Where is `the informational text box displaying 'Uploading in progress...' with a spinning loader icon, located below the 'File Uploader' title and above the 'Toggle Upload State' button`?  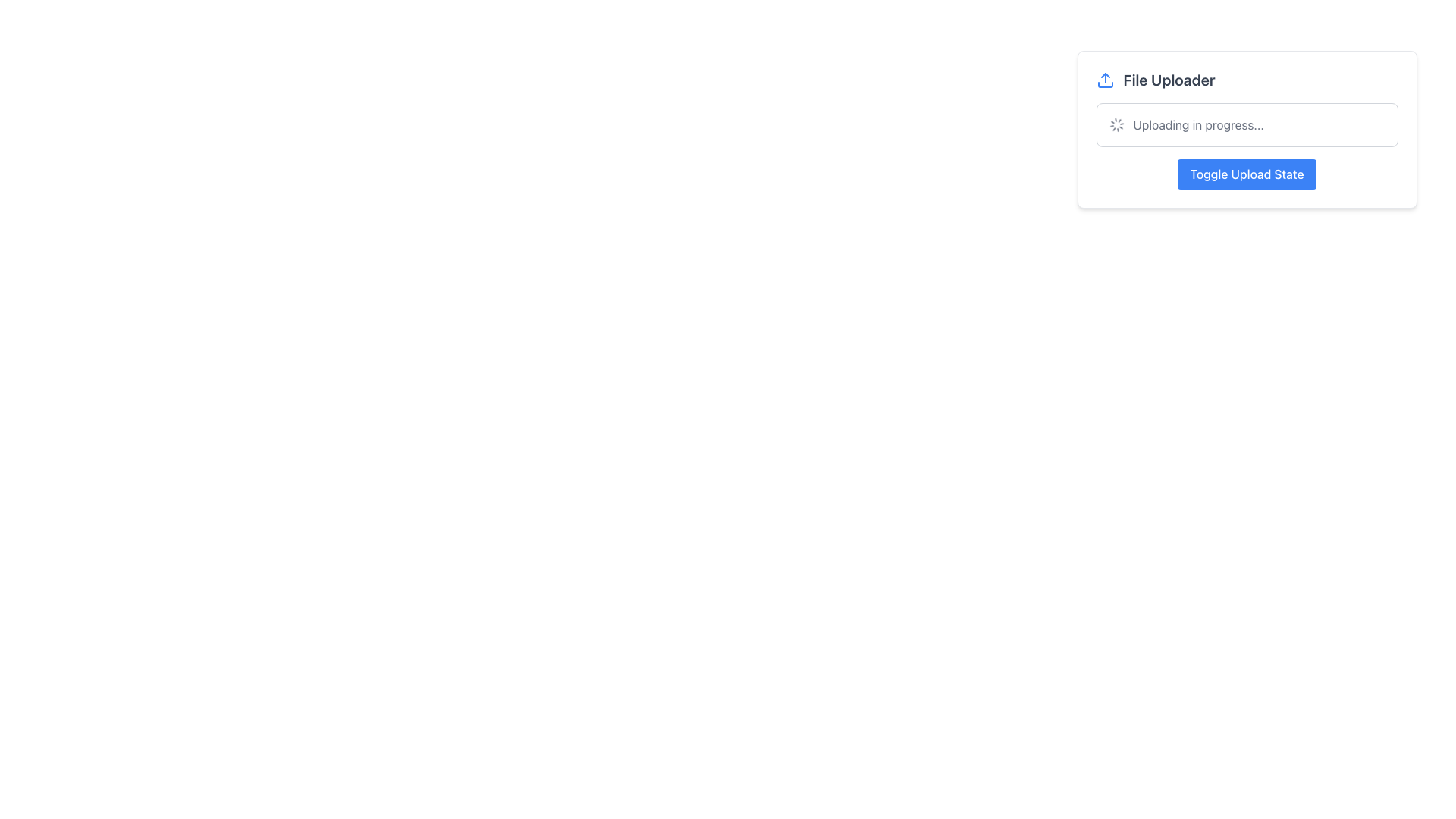 the informational text box displaying 'Uploading in progress...' with a spinning loader icon, located below the 'File Uploader' title and above the 'Toggle Upload State' button is located at coordinates (1247, 124).